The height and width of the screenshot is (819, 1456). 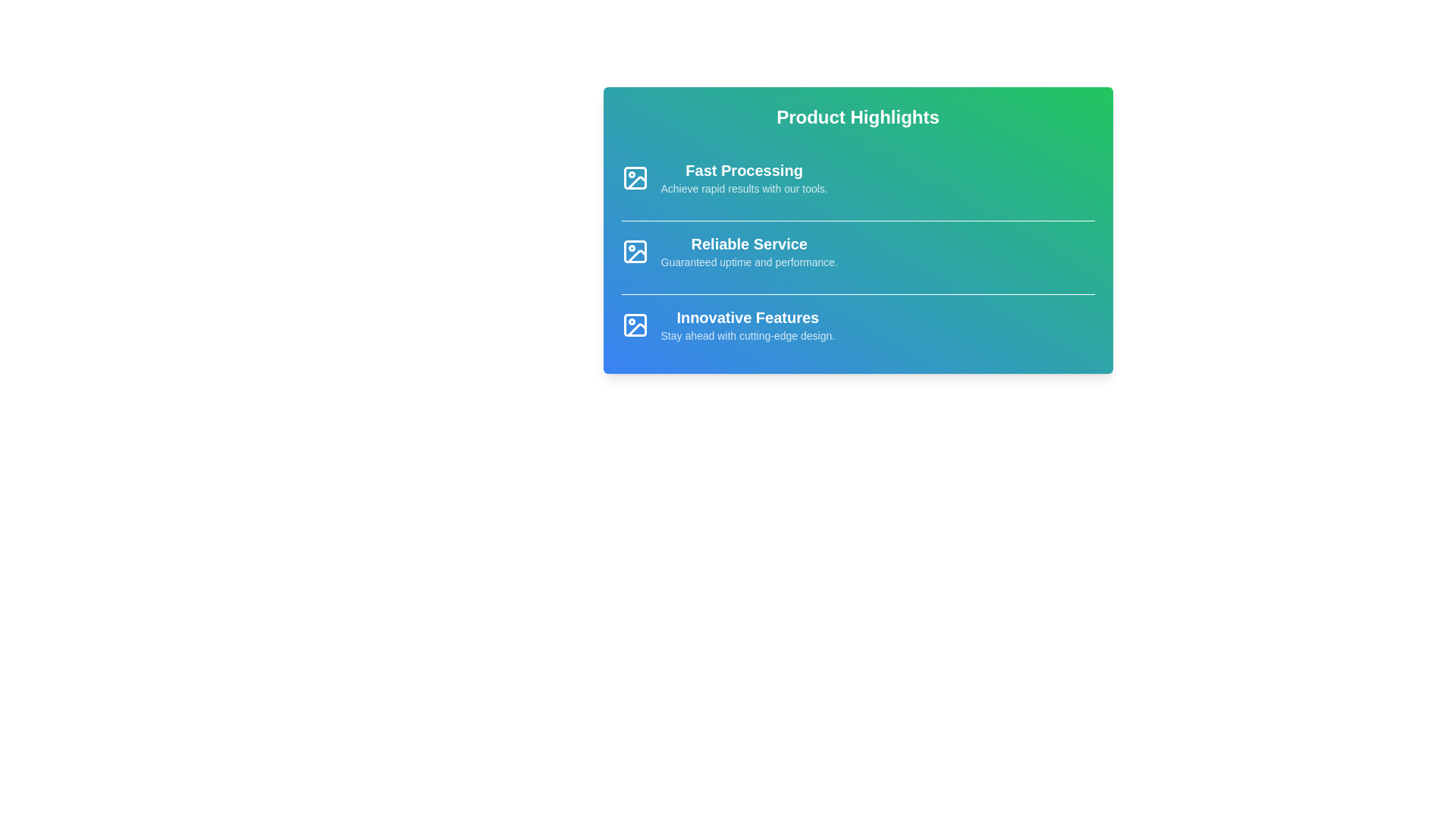 I want to click on the text block titled 'Reliable Service' which describes the feature 'Guaranteed uptime and performance.', so click(x=749, y=250).